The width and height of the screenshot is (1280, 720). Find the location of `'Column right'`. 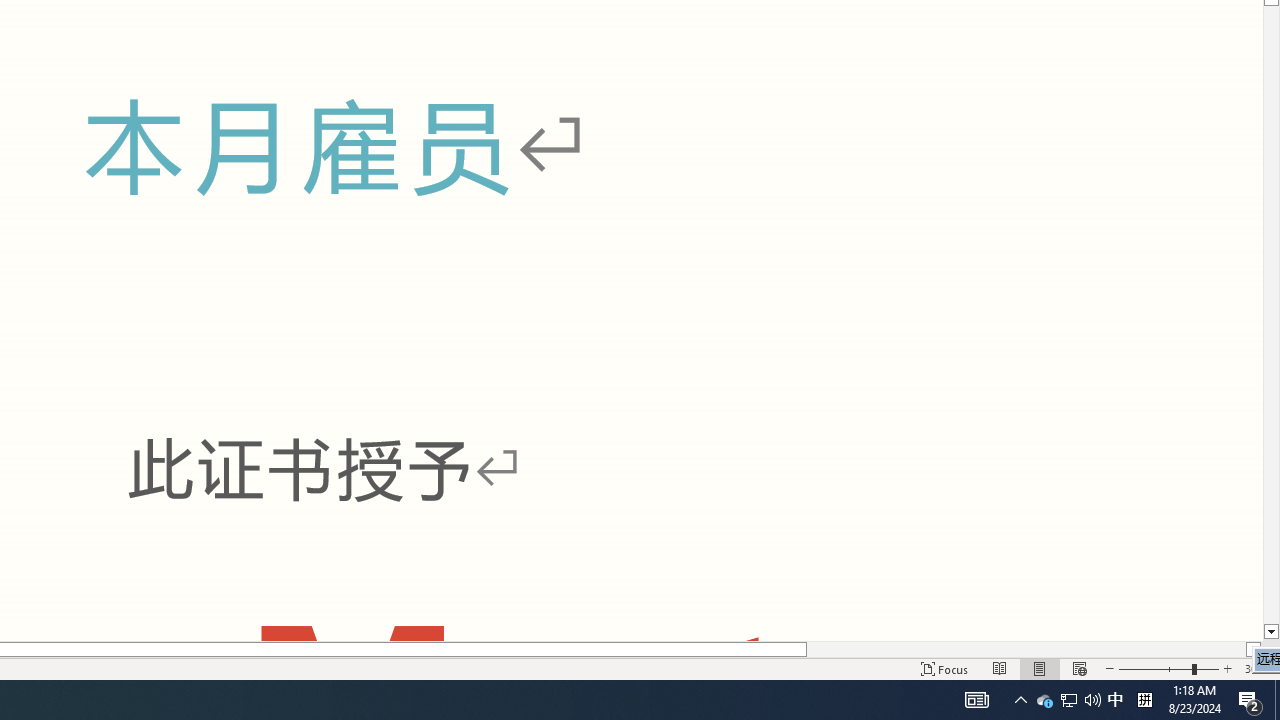

'Column right' is located at coordinates (1253, 649).